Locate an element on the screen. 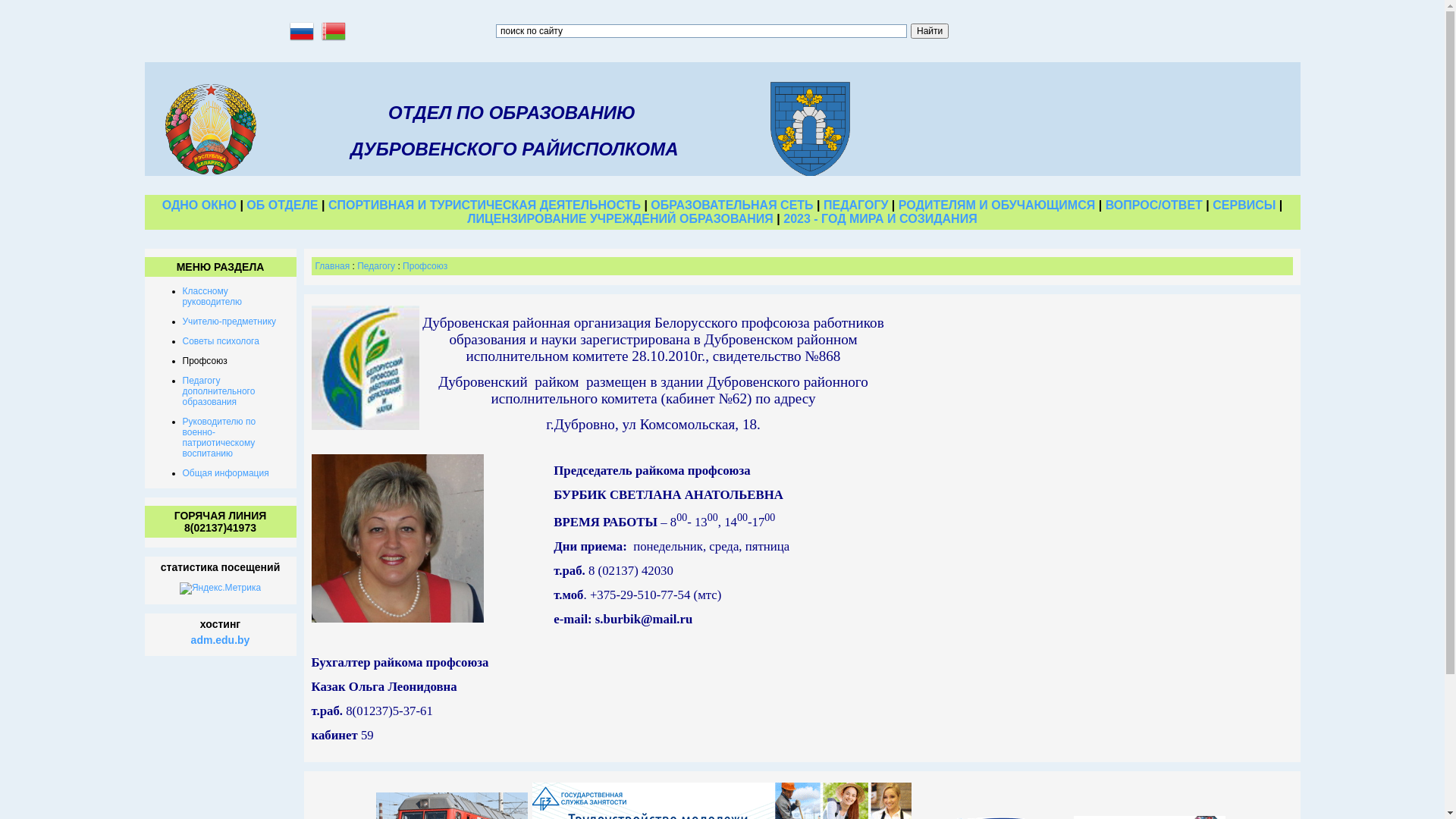 This screenshot has height=819, width=1456. 'adm.edu.by' is located at coordinates (220, 640).